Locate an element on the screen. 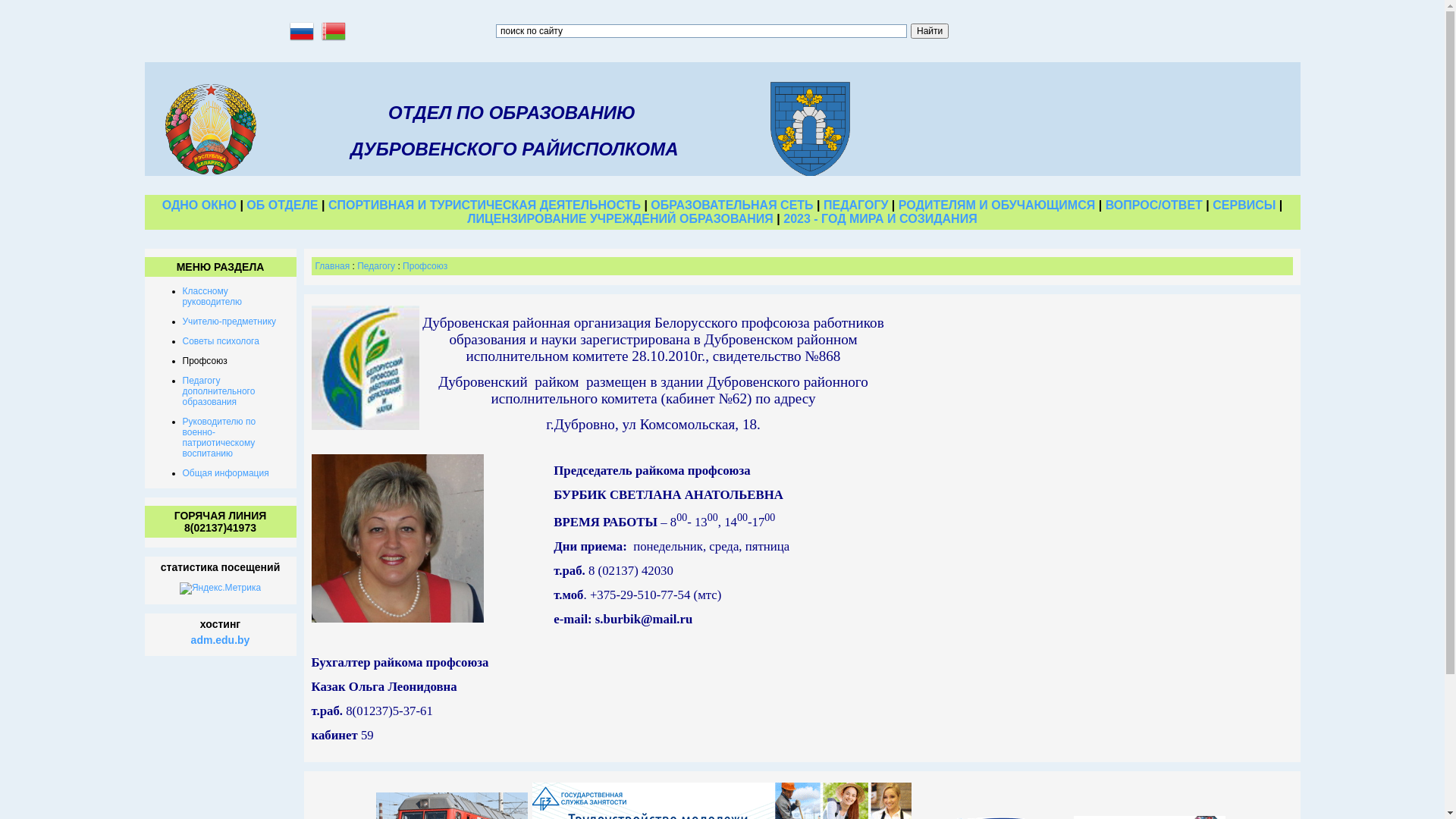 This screenshot has height=819, width=1456. 'adm.edu.by' is located at coordinates (220, 640).